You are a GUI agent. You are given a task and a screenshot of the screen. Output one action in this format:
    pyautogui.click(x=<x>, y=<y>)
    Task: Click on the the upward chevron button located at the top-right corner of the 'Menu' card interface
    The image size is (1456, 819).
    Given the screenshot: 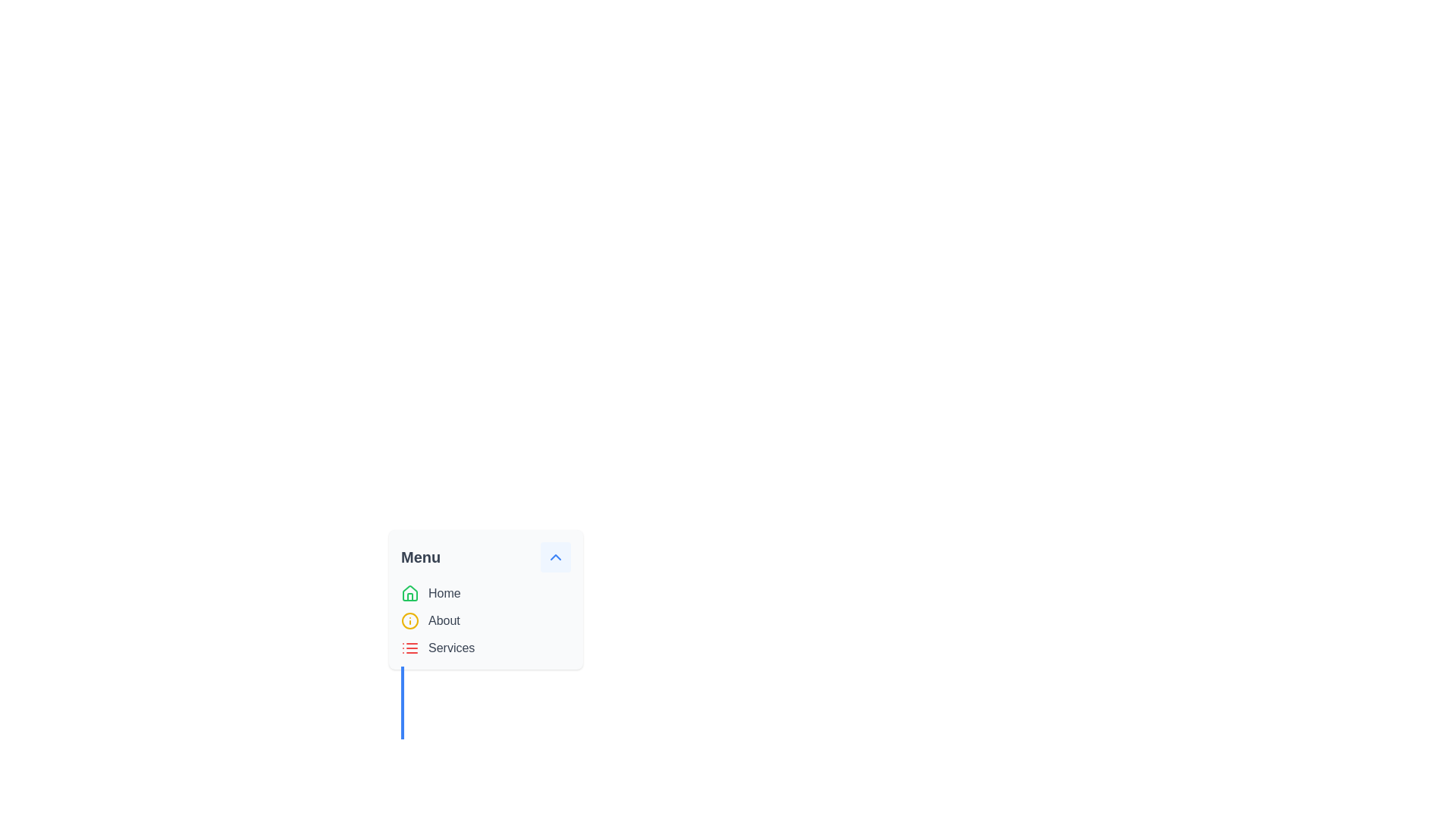 What is the action you would take?
    pyautogui.click(x=555, y=557)
    